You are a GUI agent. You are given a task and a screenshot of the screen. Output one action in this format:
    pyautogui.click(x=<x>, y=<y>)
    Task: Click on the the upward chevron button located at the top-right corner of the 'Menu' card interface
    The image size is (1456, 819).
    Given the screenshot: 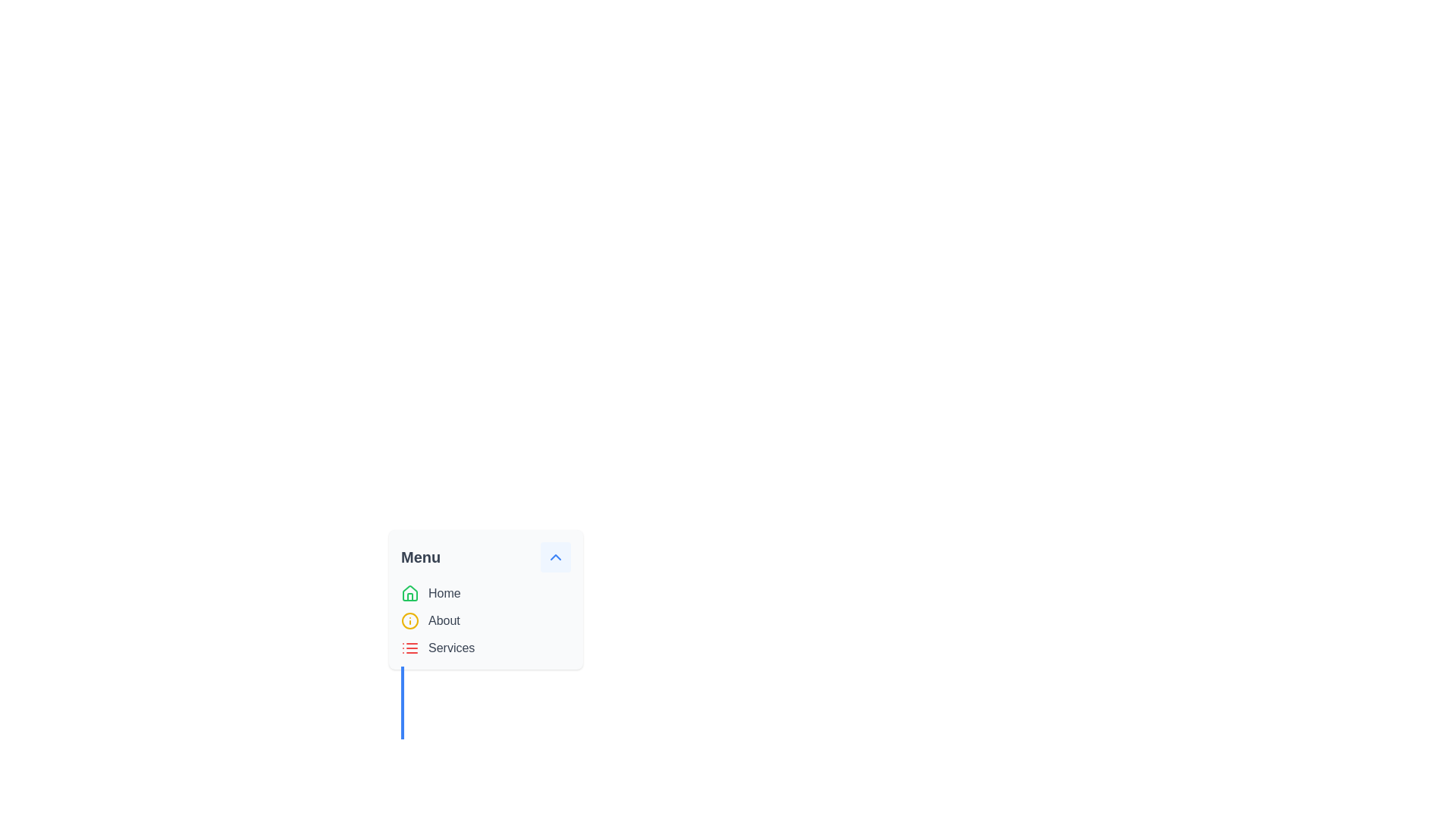 What is the action you would take?
    pyautogui.click(x=555, y=557)
    